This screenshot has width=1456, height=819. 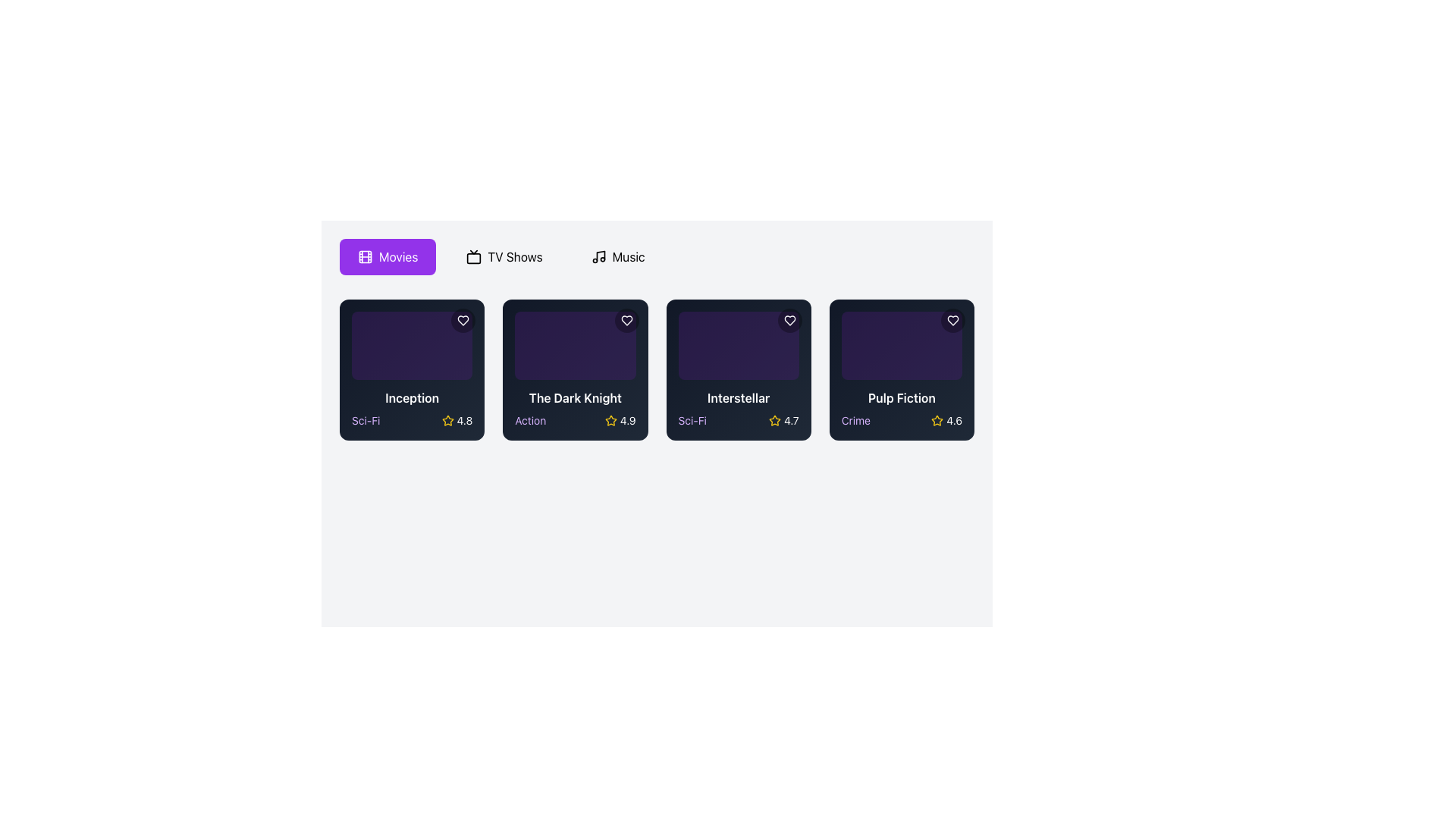 What do you see at coordinates (412, 420) in the screenshot?
I see `information displayed in the component conveying the genre 'Sci-Fi' and the rating '4.8' for the movie 'Inception', located at the bottom of the movie card` at bounding box center [412, 420].